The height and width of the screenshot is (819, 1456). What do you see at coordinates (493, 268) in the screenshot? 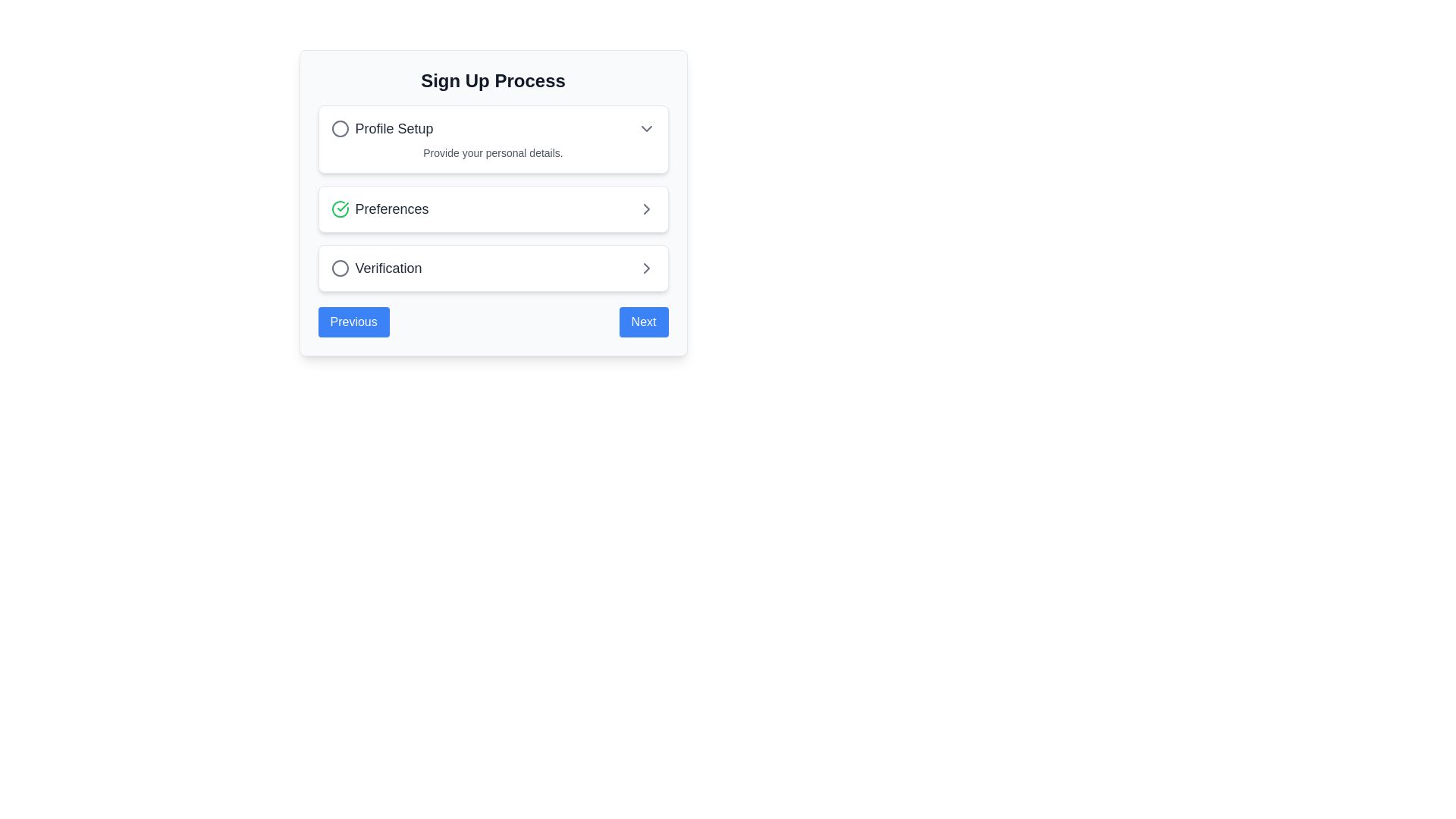
I see `the third selectable list item` at bounding box center [493, 268].